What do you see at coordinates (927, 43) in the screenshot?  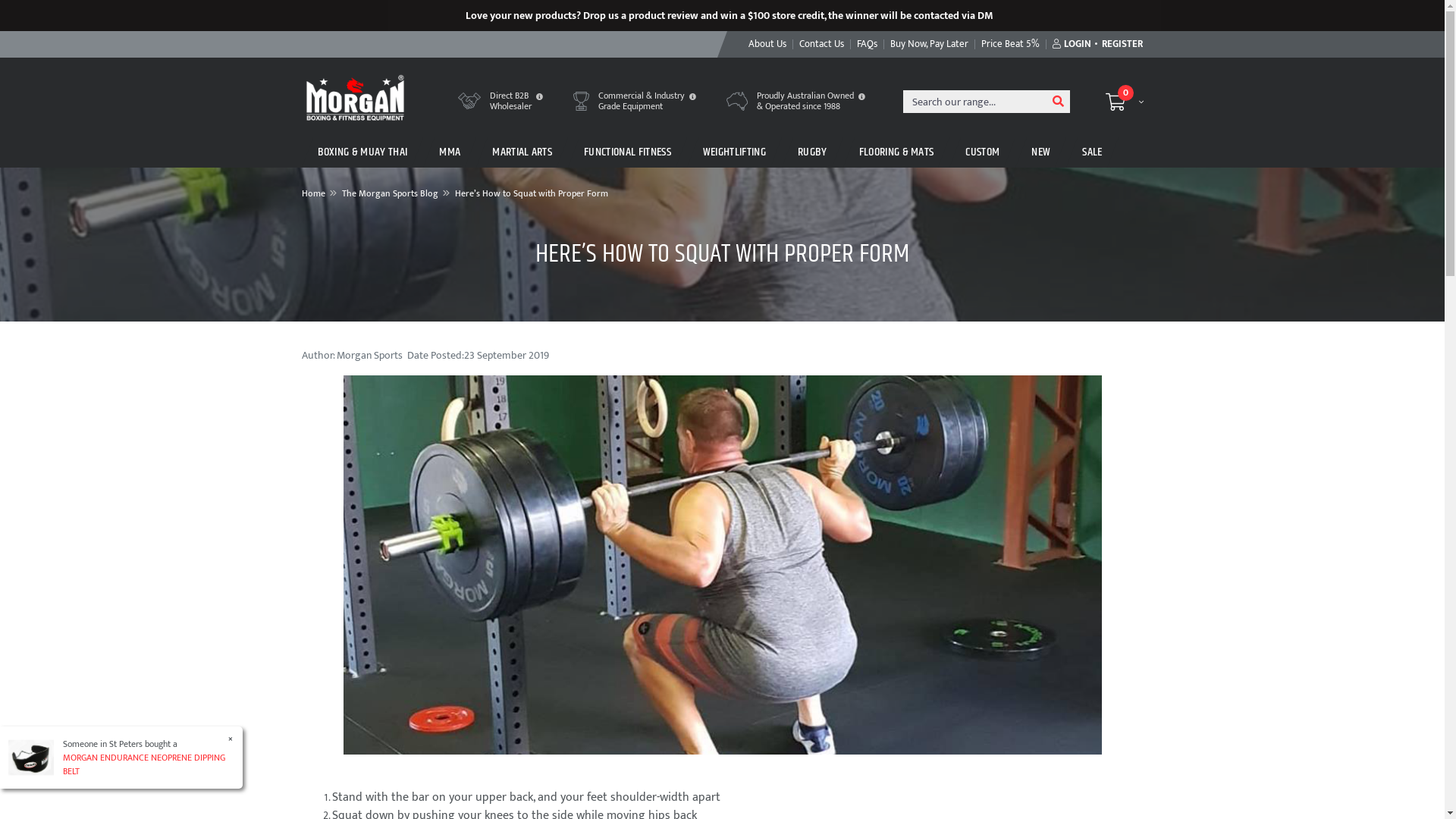 I see `'Buy Now, Pay Later'` at bounding box center [927, 43].